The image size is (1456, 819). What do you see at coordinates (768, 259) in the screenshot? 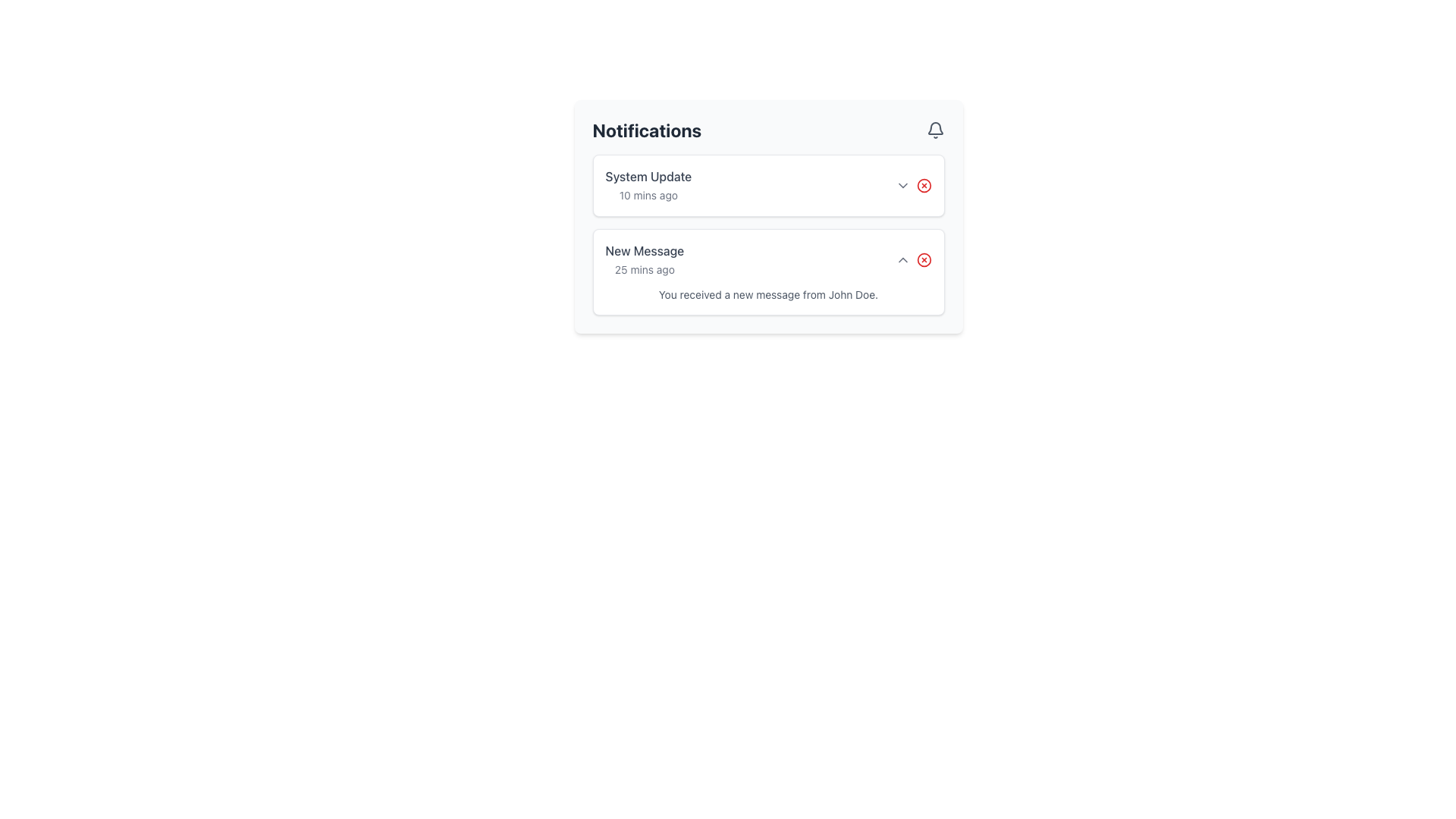
I see `the second notification card in the notification list` at bounding box center [768, 259].